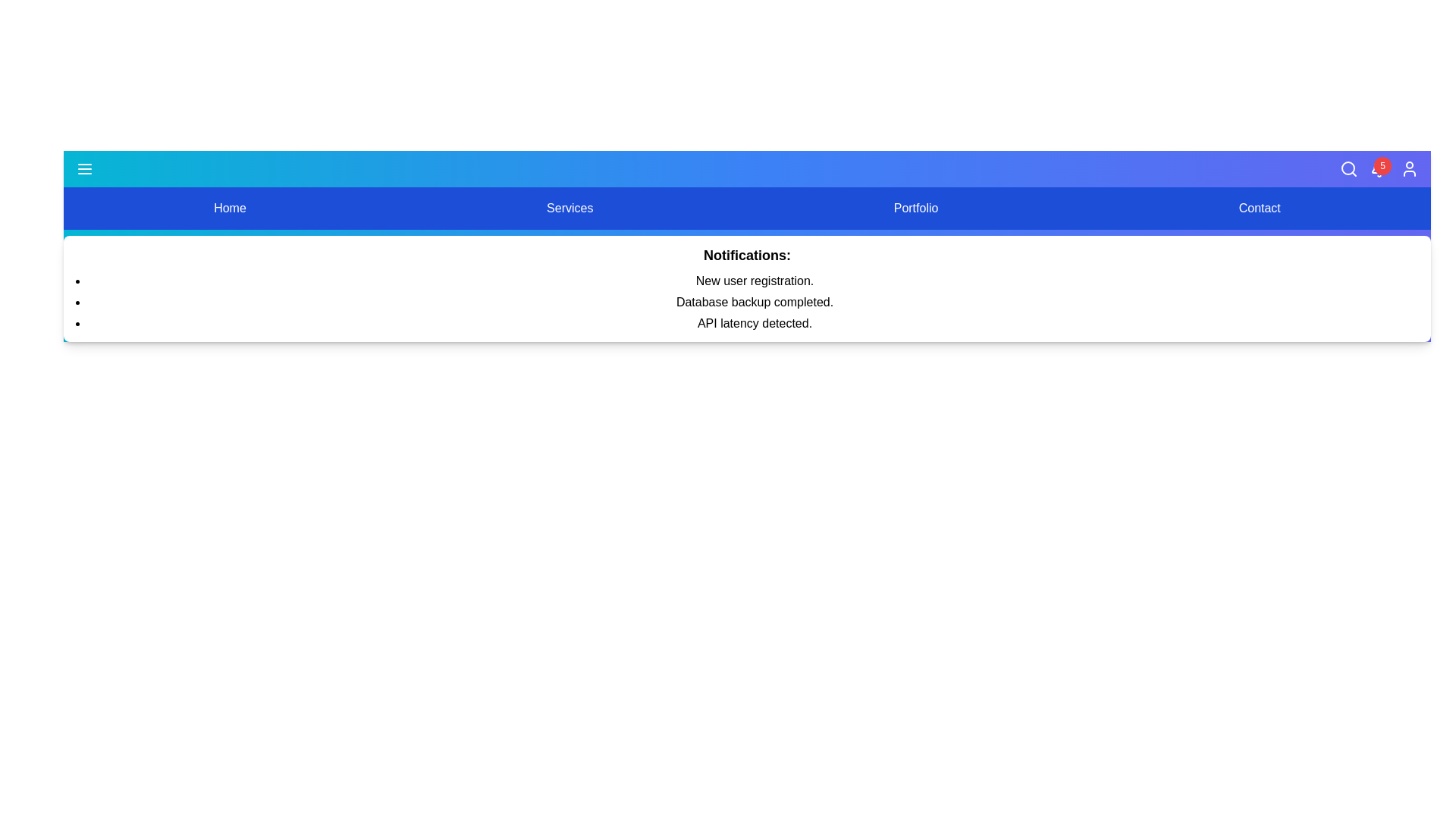 Image resolution: width=1456 pixels, height=819 pixels. I want to click on the search icon to initiate a search action, so click(1349, 169).